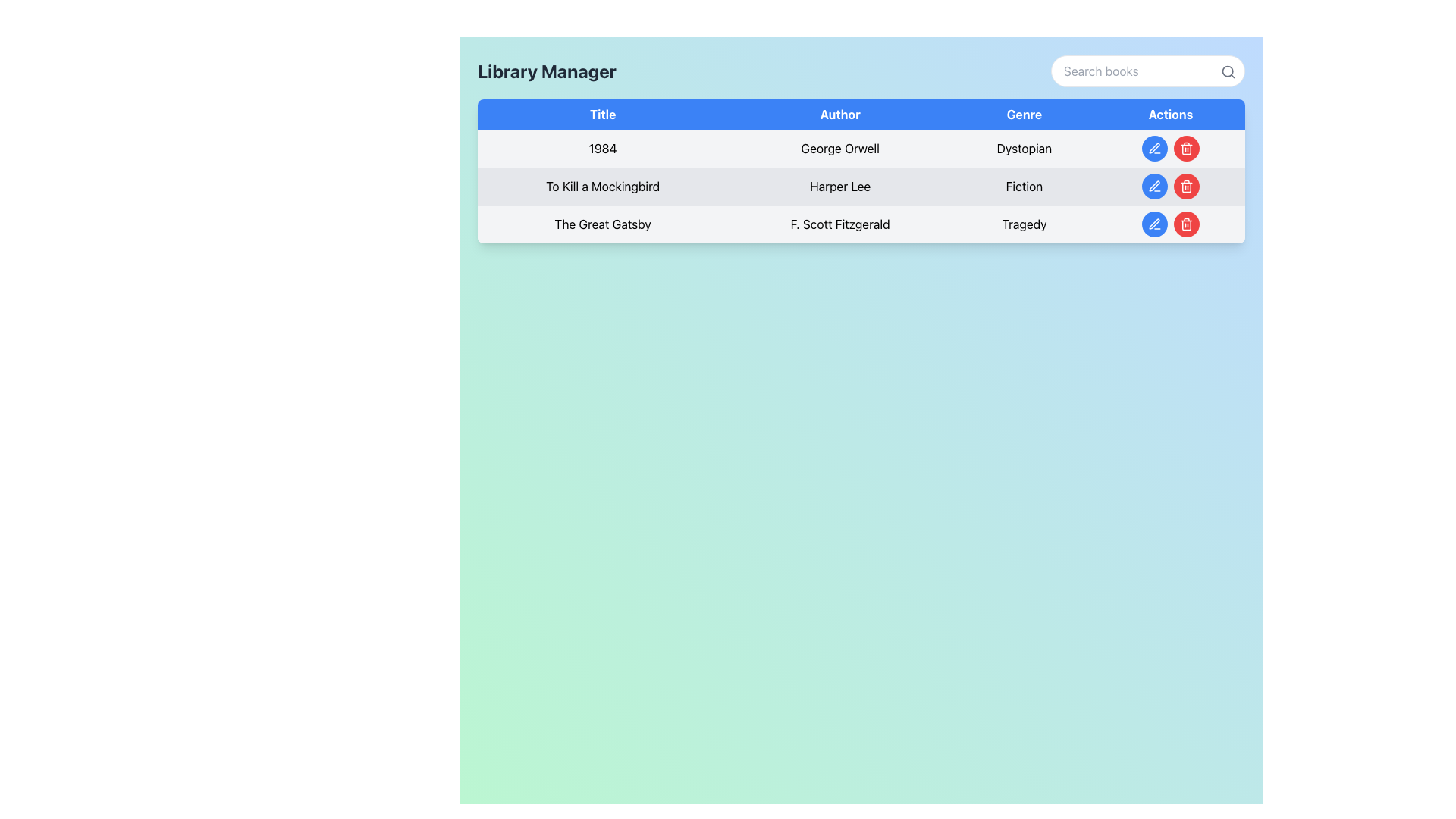  Describe the element at coordinates (602, 113) in the screenshot. I see `the Table Header element labeled 'Title', which has a blue background and white center-aligned text, located in the top-left section of the table` at that location.